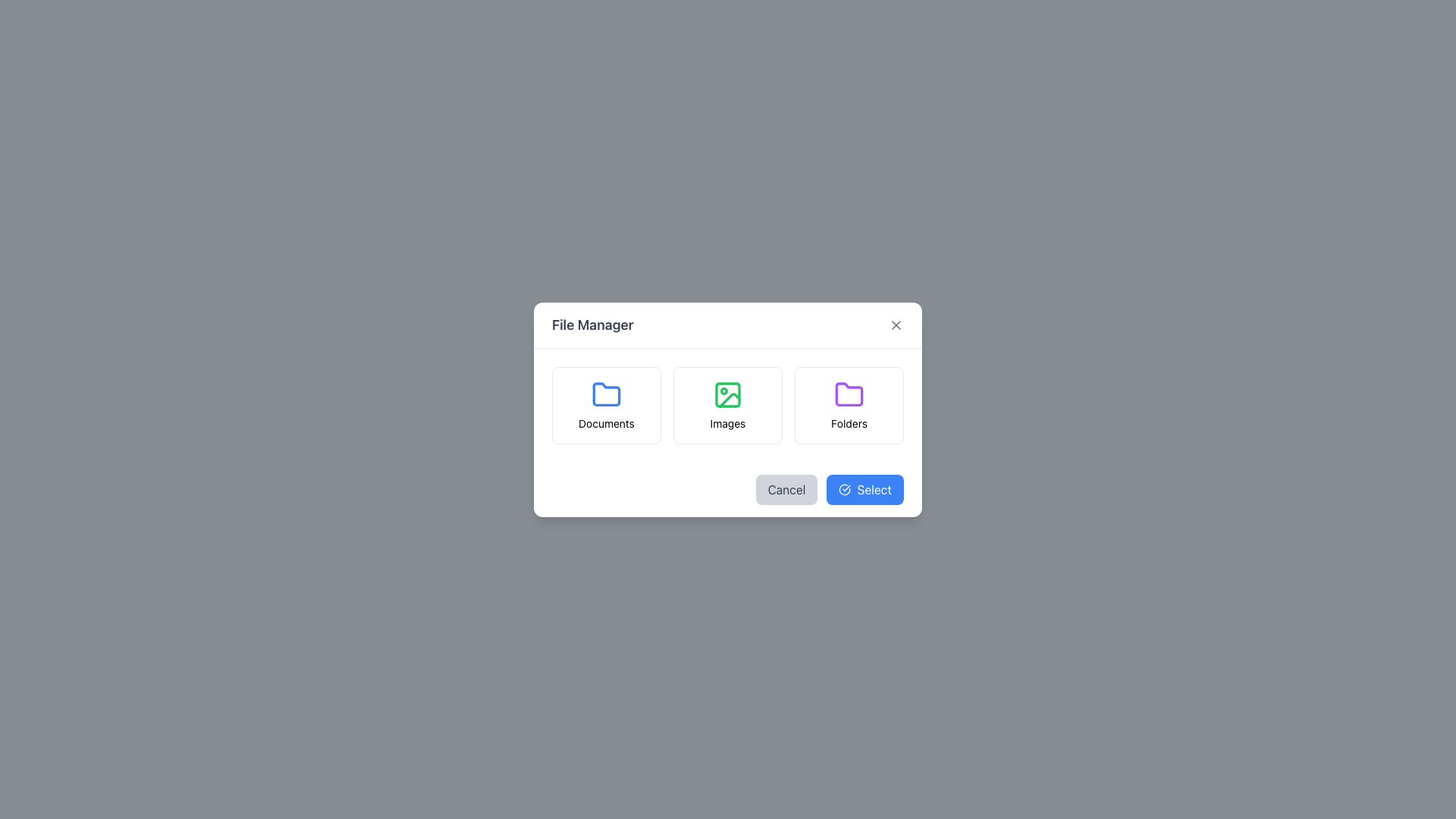 The width and height of the screenshot is (1456, 819). Describe the element at coordinates (607, 423) in the screenshot. I see `the 'Documents' text label, which is styled in a smaller font and located directly under the blue folder icon in the first column of the File Manager dialog box` at that location.